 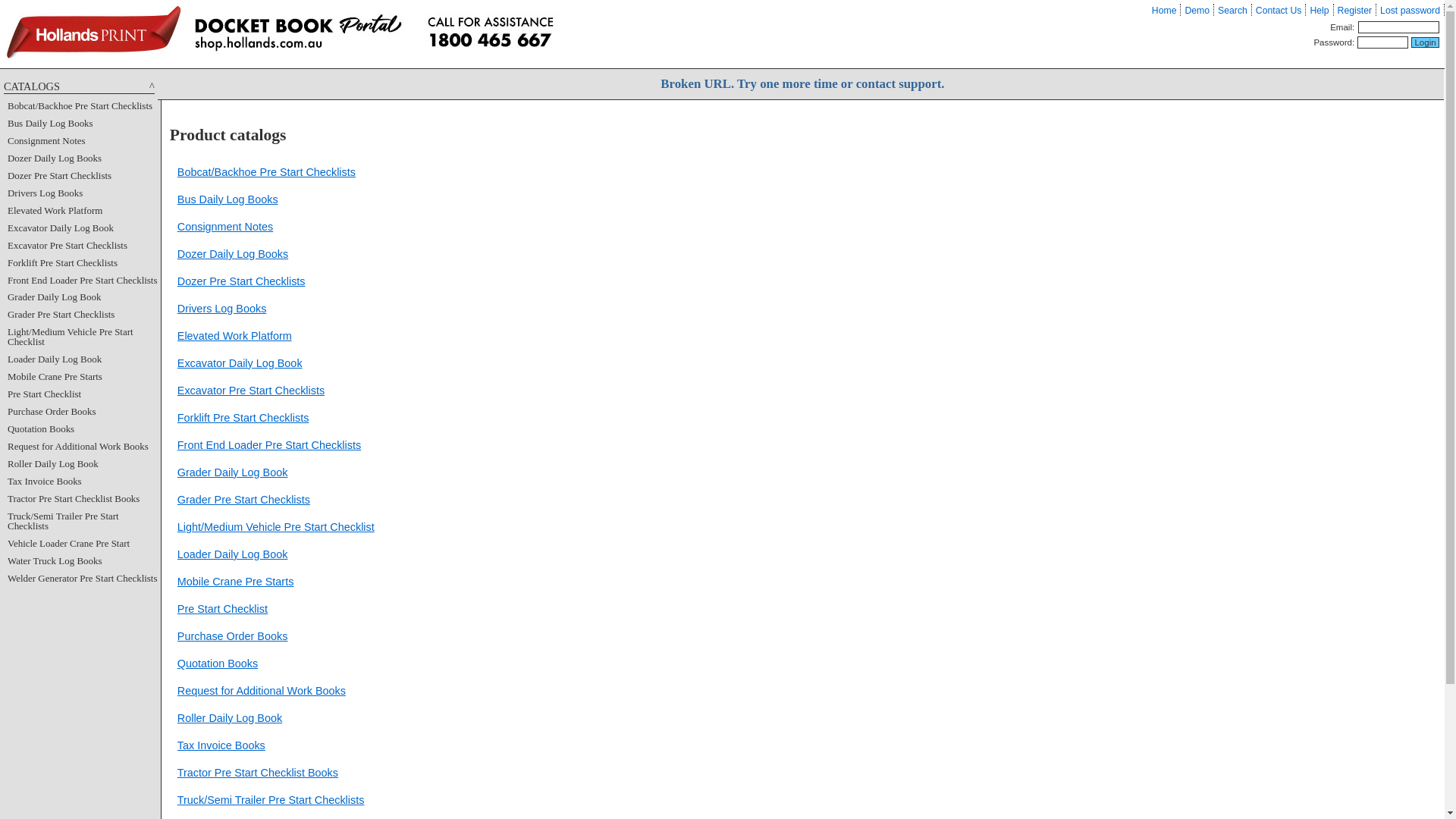 What do you see at coordinates (3, 87) in the screenshot?
I see `'^` at bounding box center [3, 87].